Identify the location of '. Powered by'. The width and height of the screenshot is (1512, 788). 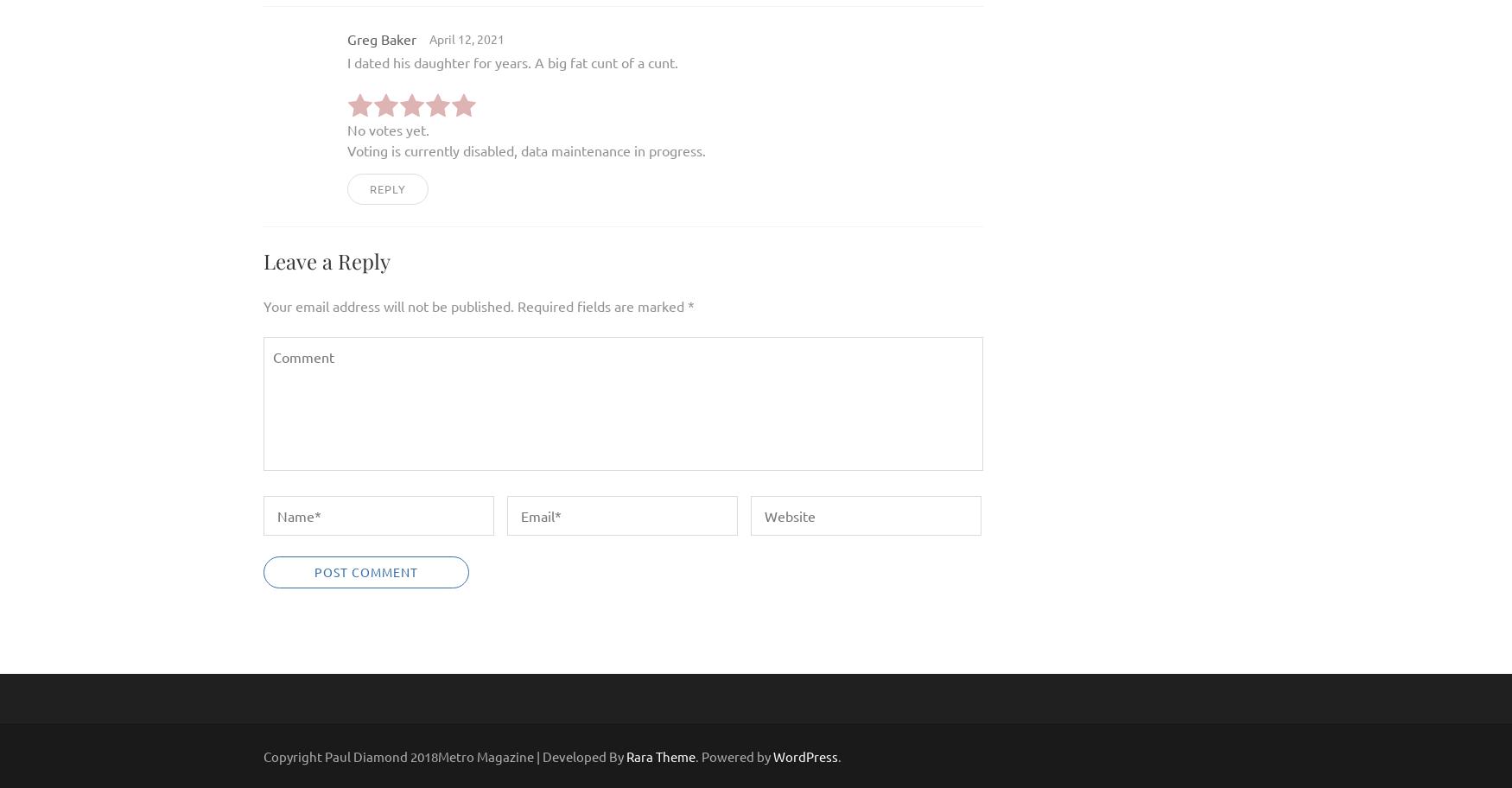
(734, 755).